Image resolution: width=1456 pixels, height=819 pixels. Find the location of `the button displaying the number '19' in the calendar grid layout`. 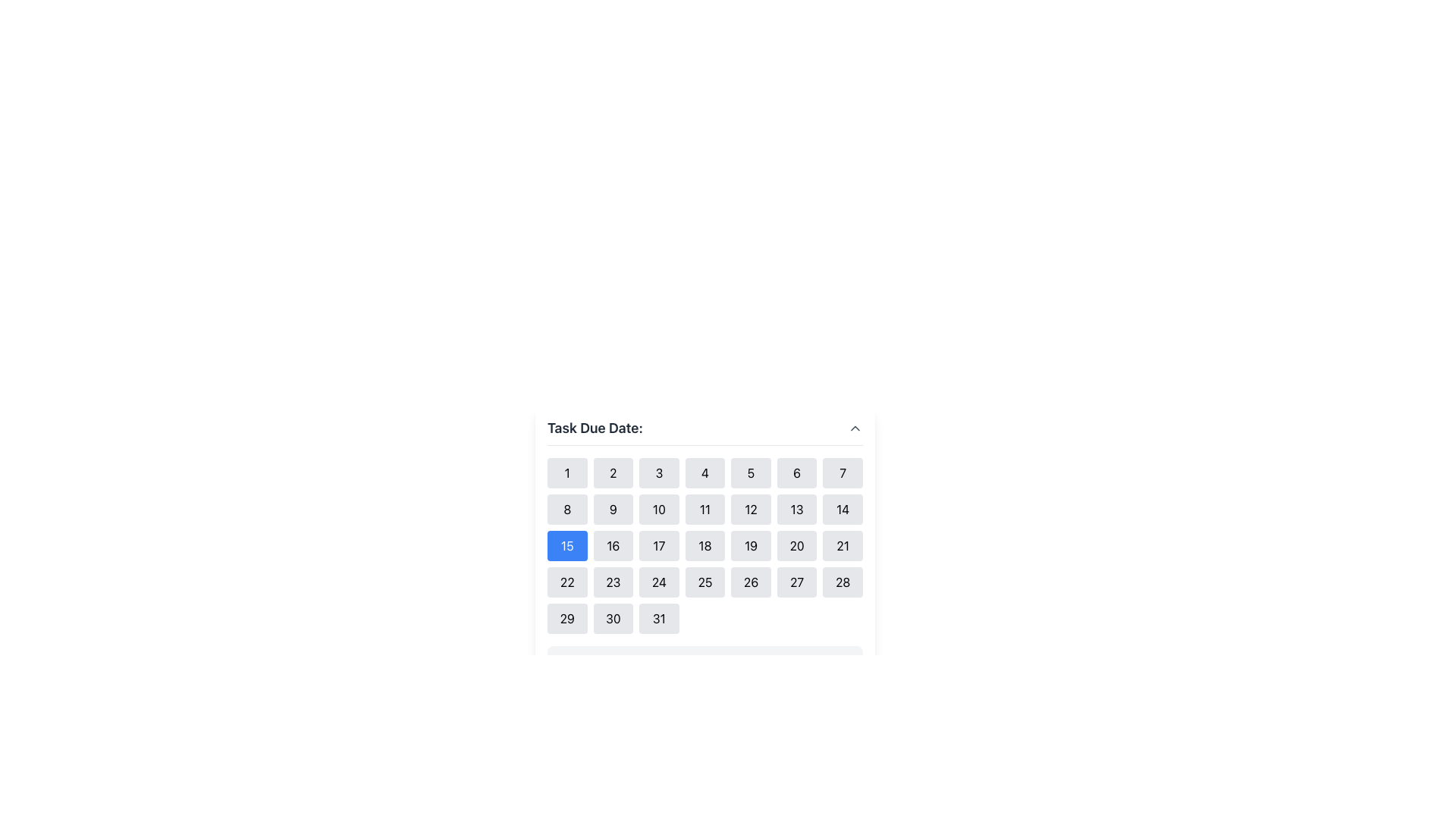

the button displaying the number '19' in the calendar grid layout is located at coordinates (751, 546).